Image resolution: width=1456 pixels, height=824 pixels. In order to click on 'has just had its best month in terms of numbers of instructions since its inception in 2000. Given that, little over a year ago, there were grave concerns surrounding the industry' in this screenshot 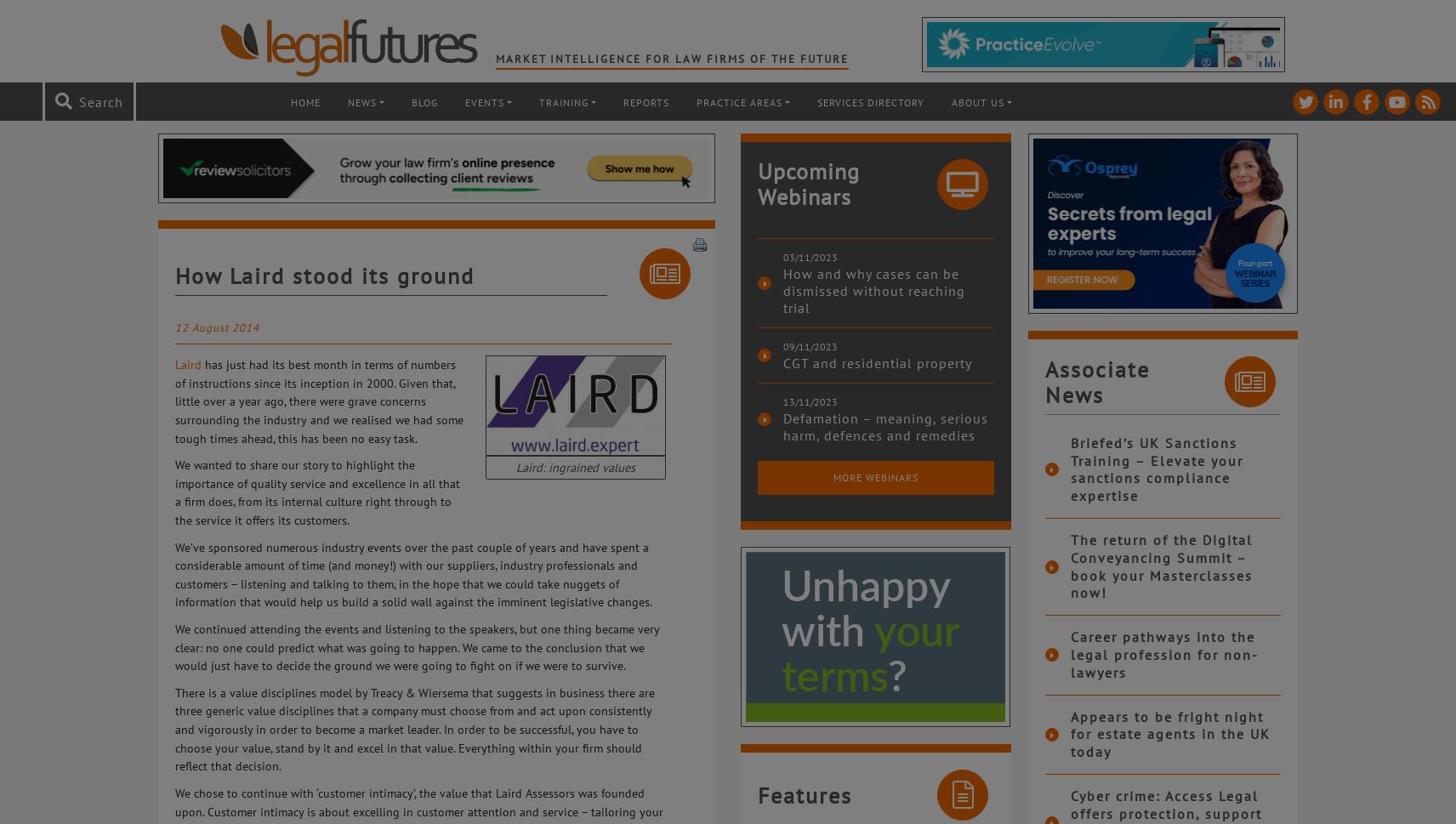, I will do `click(315, 391)`.